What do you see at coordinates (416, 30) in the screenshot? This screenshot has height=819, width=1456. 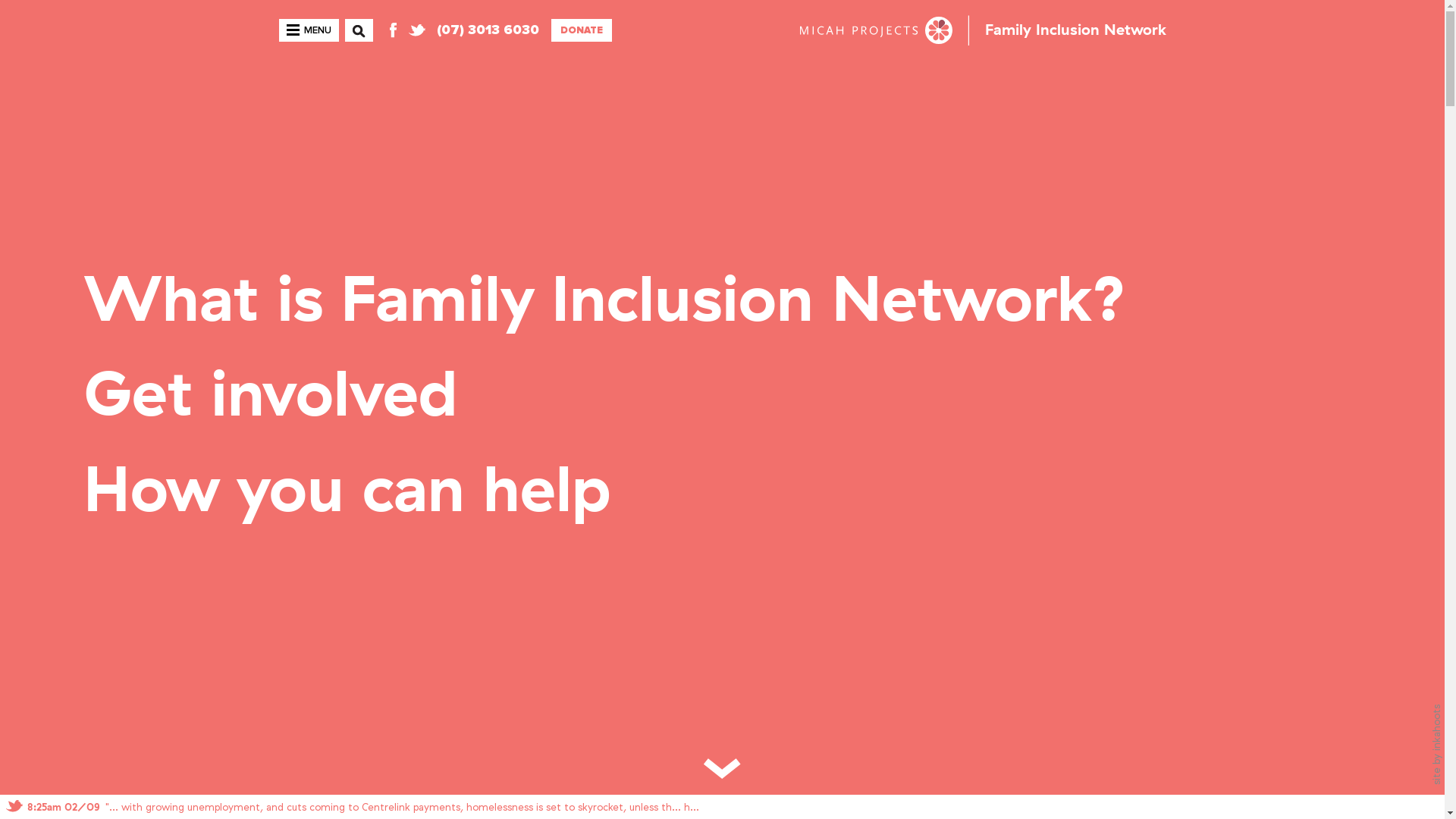 I see `'Twitter'` at bounding box center [416, 30].